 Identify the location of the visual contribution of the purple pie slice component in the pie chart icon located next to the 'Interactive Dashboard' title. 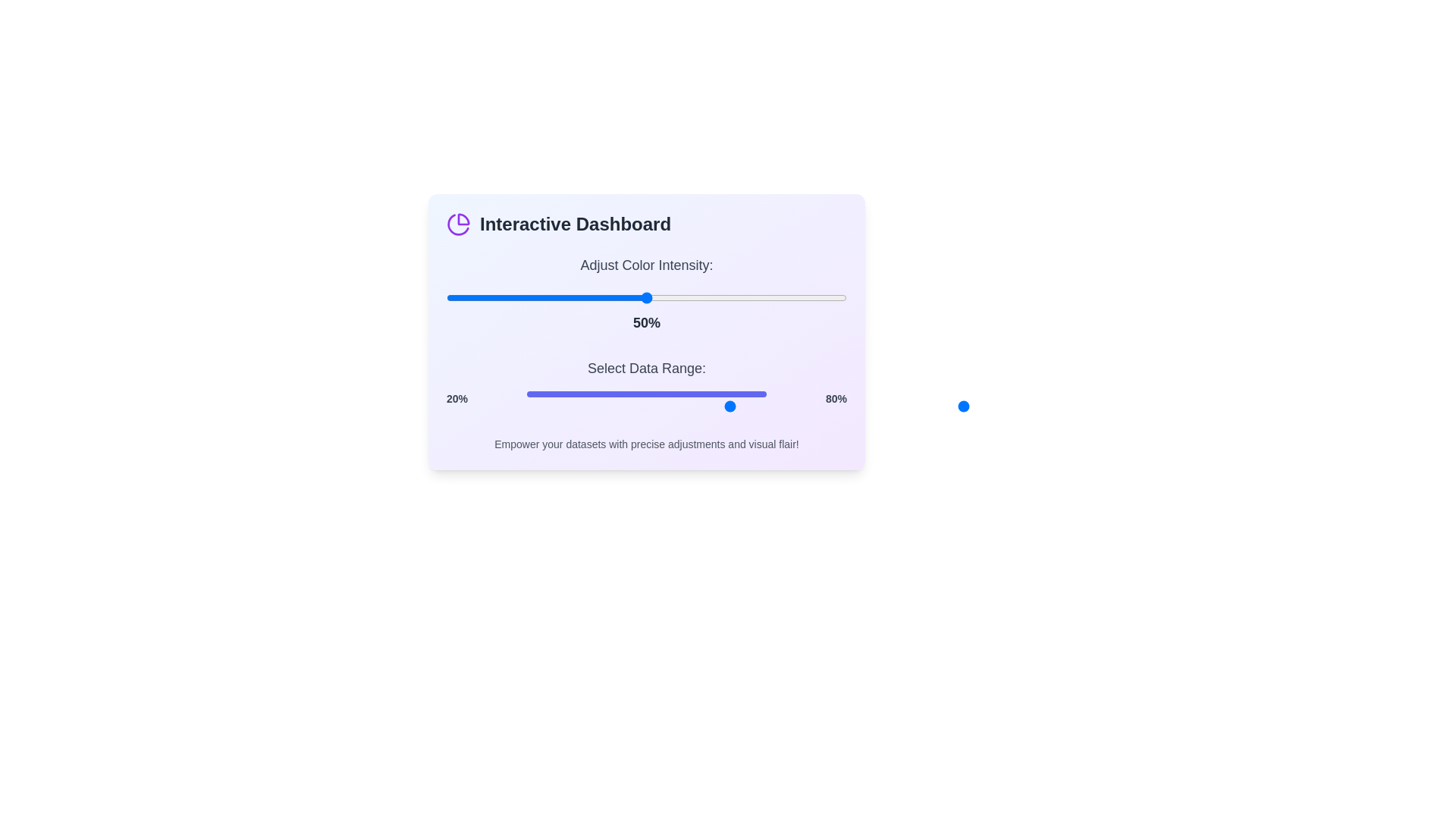
(463, 219).